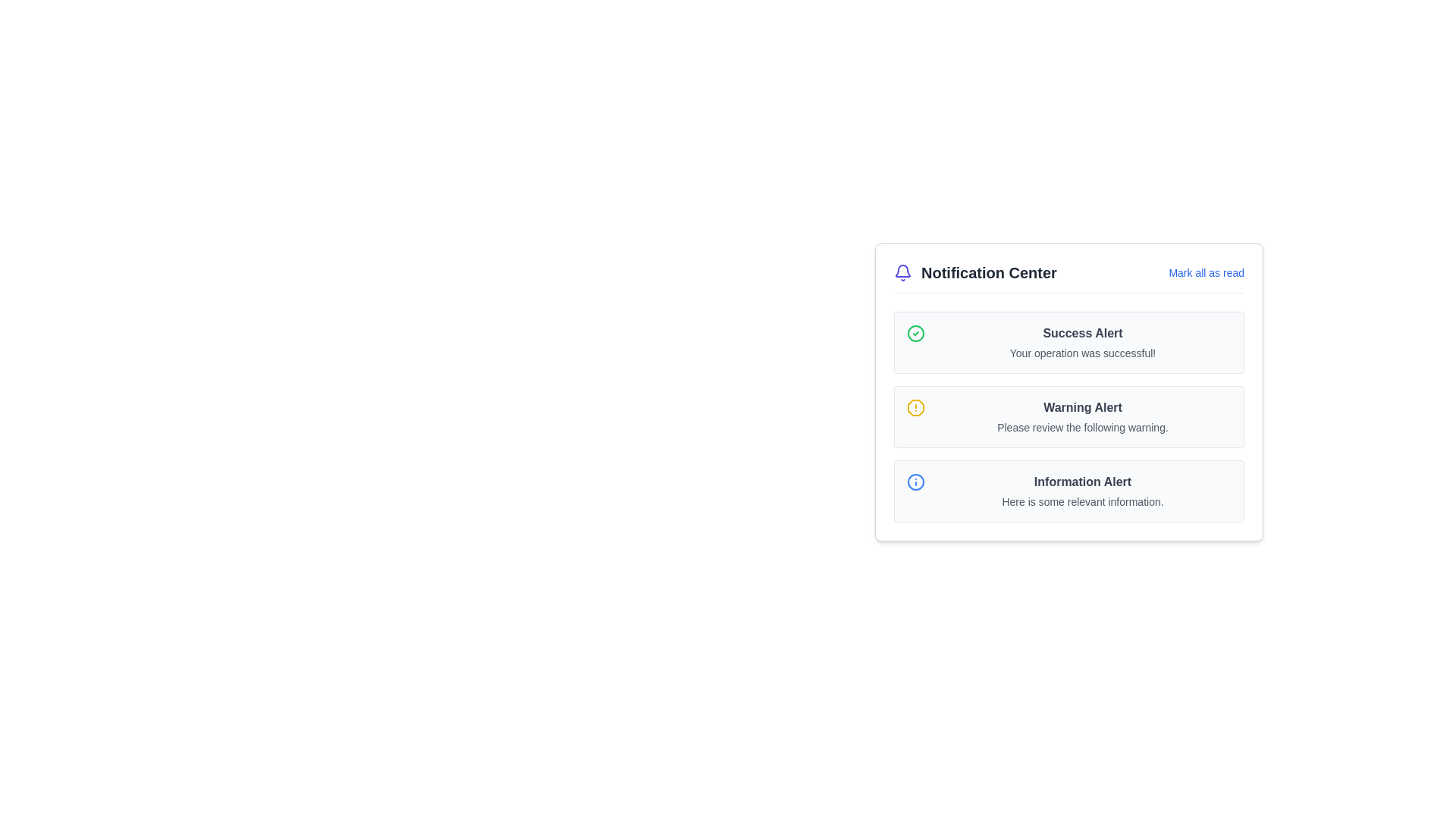 This screenshot has width=1456, height=819. Describe the element at coordinates (1068, 391) in the screenshot. I see `the second notification card in the Notification Center to acknowledge the warning alert` at that location.